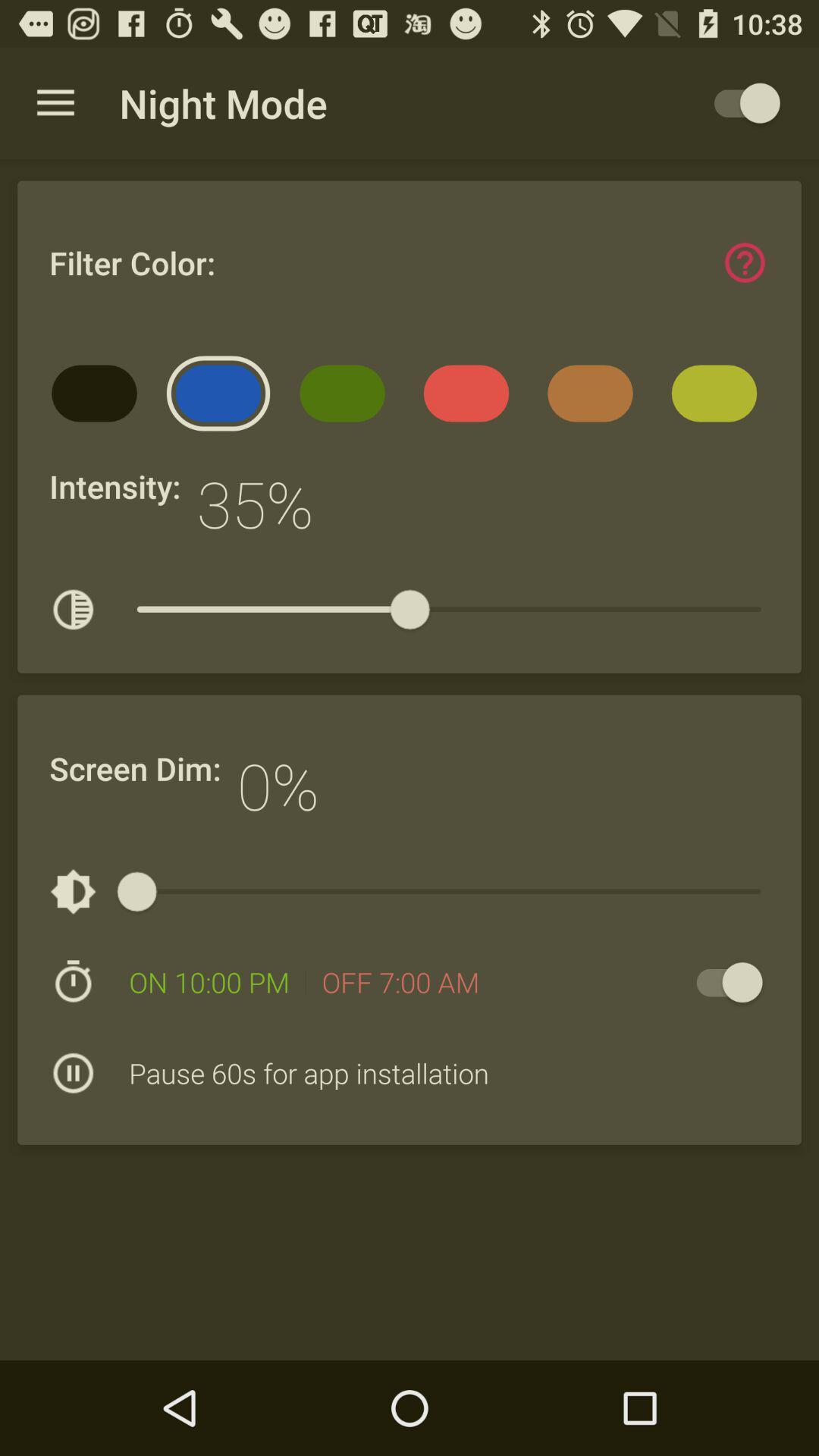 The height and width of the screenshot is (1456, 819). I want to click on timer, so click(721, 982).